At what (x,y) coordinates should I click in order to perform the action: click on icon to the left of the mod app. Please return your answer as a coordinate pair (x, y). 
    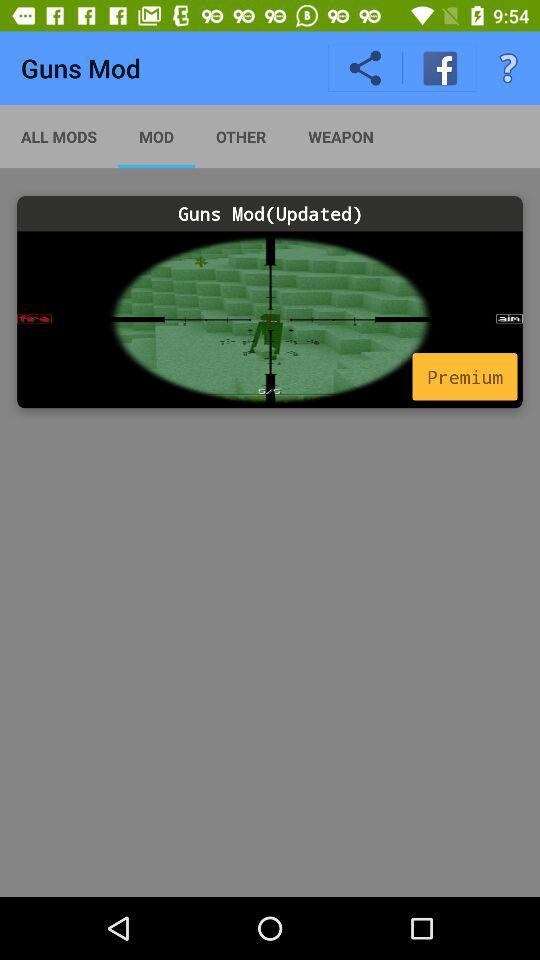
    Looking at the image, I should click on (59, 135).